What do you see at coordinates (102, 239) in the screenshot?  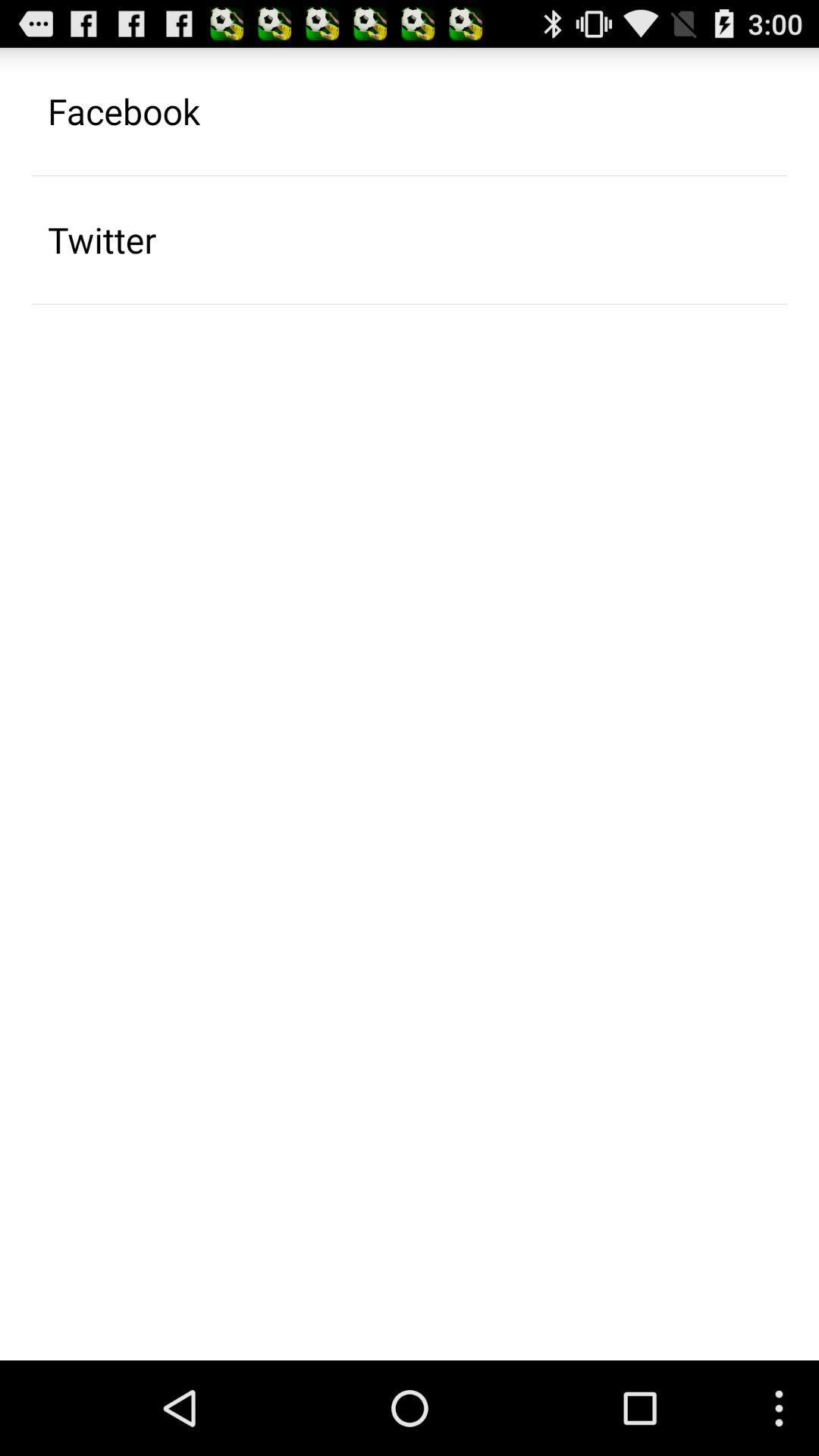 I see `the twitter icon` at bounding box center [102, 239].